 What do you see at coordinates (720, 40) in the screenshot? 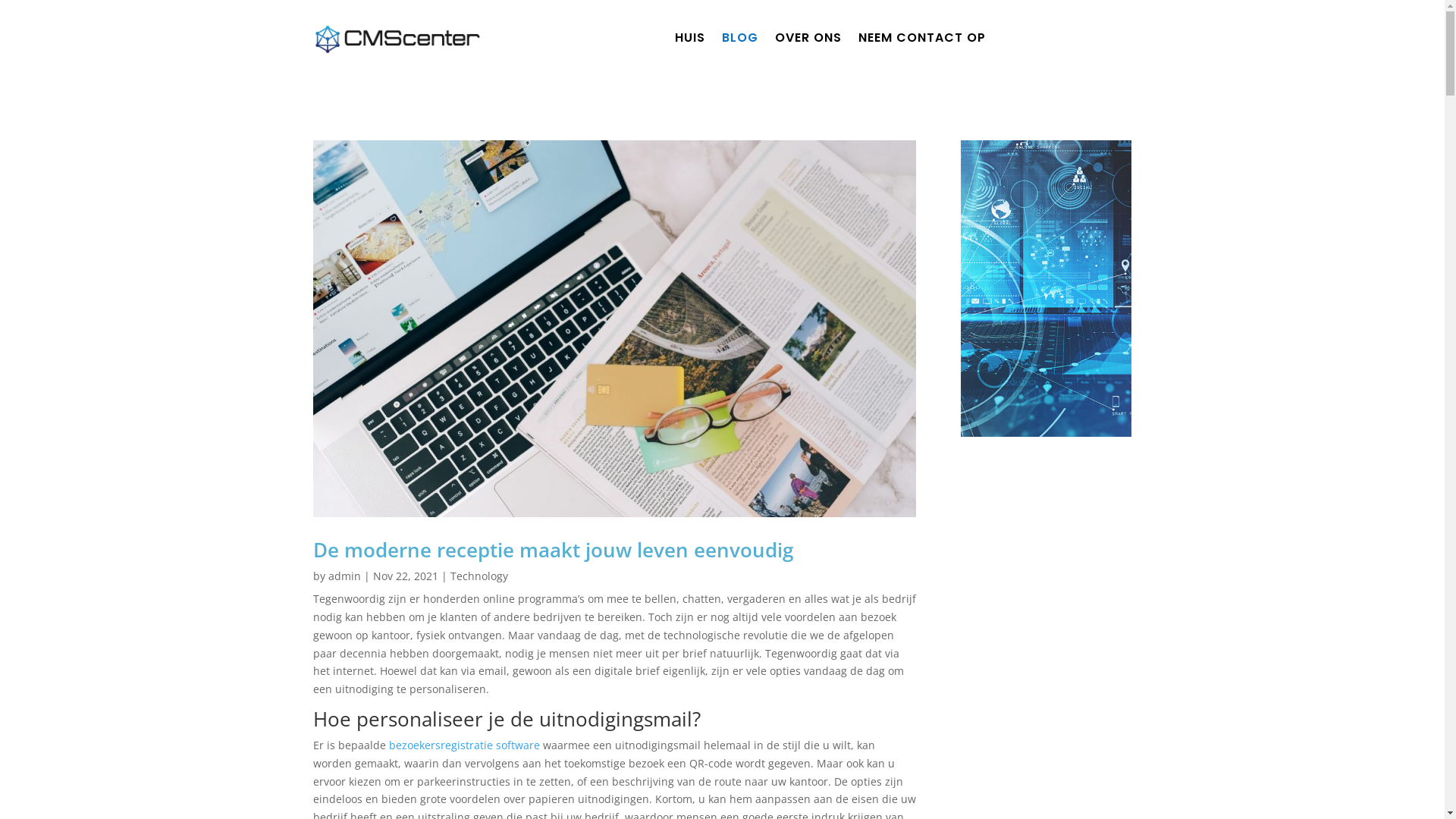
I see `'BLOG'` at bounding box center [720, 40].